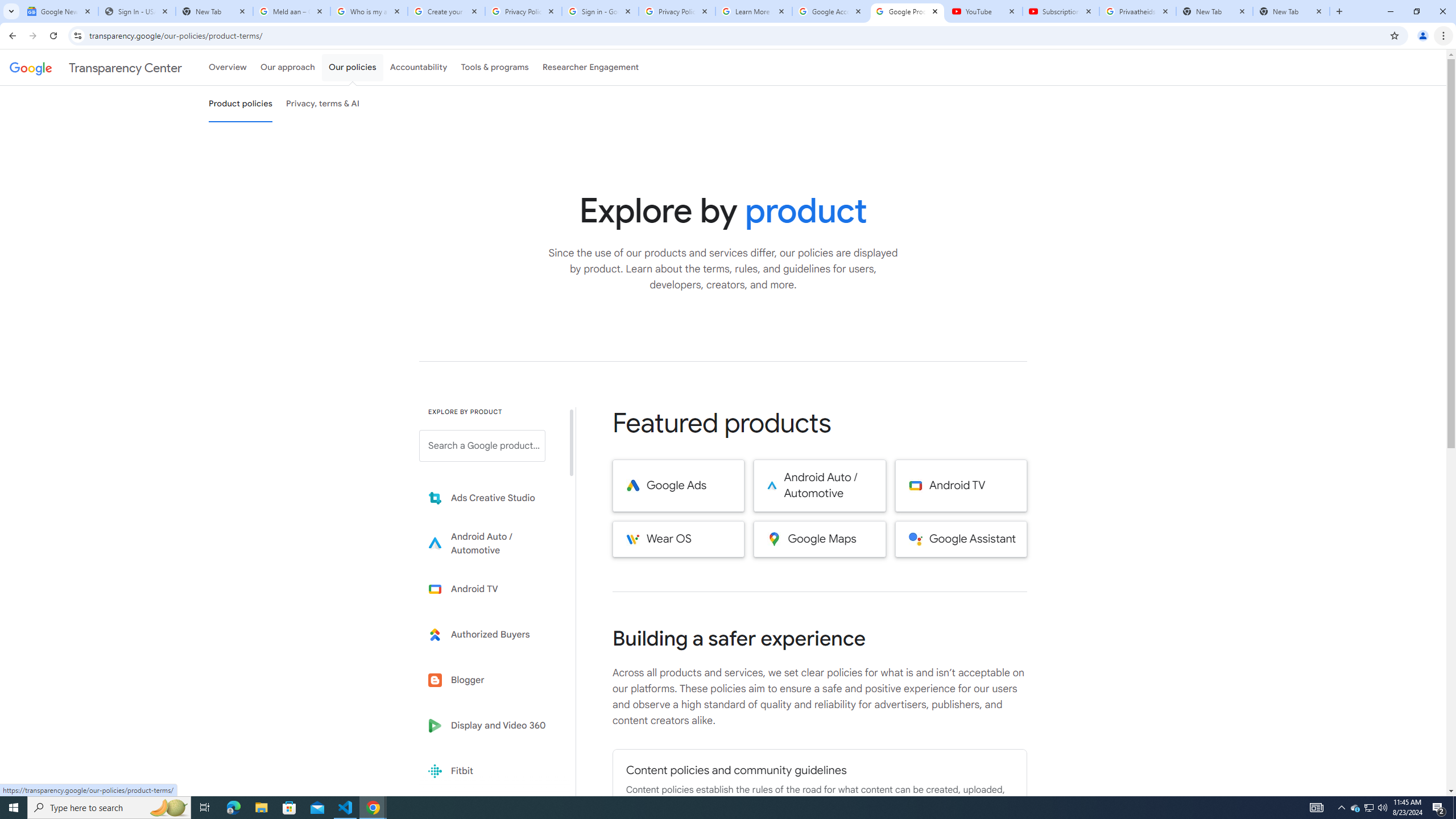  What do you see at coordinates (490, 725) in the screenshot?
I see `'Display and Video 360'` at bounding box center [490, 725].